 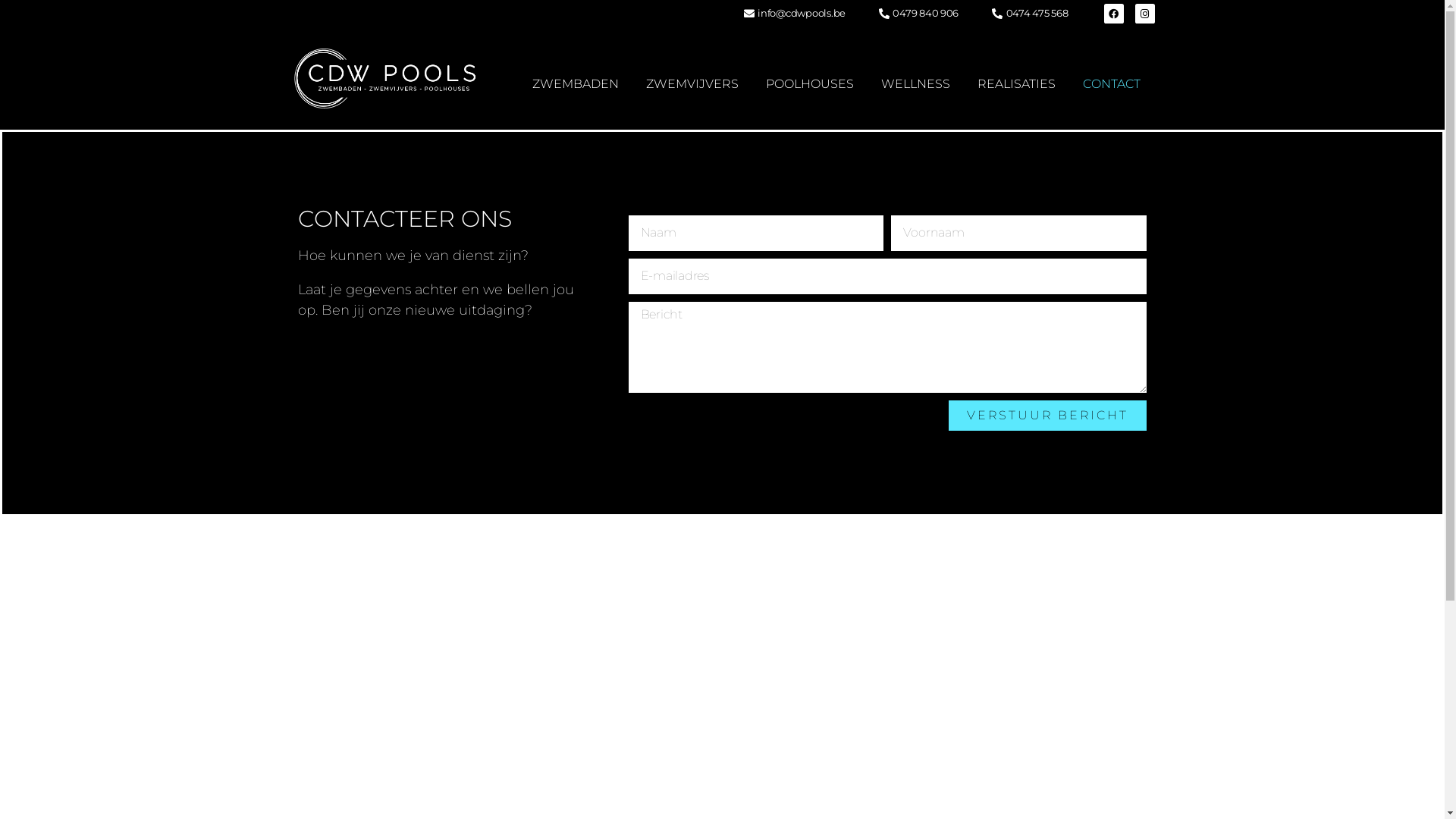 What do you see at coordinates (1028, 14) in the screenshot?
I see `'0474 475 568'` at bounding box center [1028, 14].